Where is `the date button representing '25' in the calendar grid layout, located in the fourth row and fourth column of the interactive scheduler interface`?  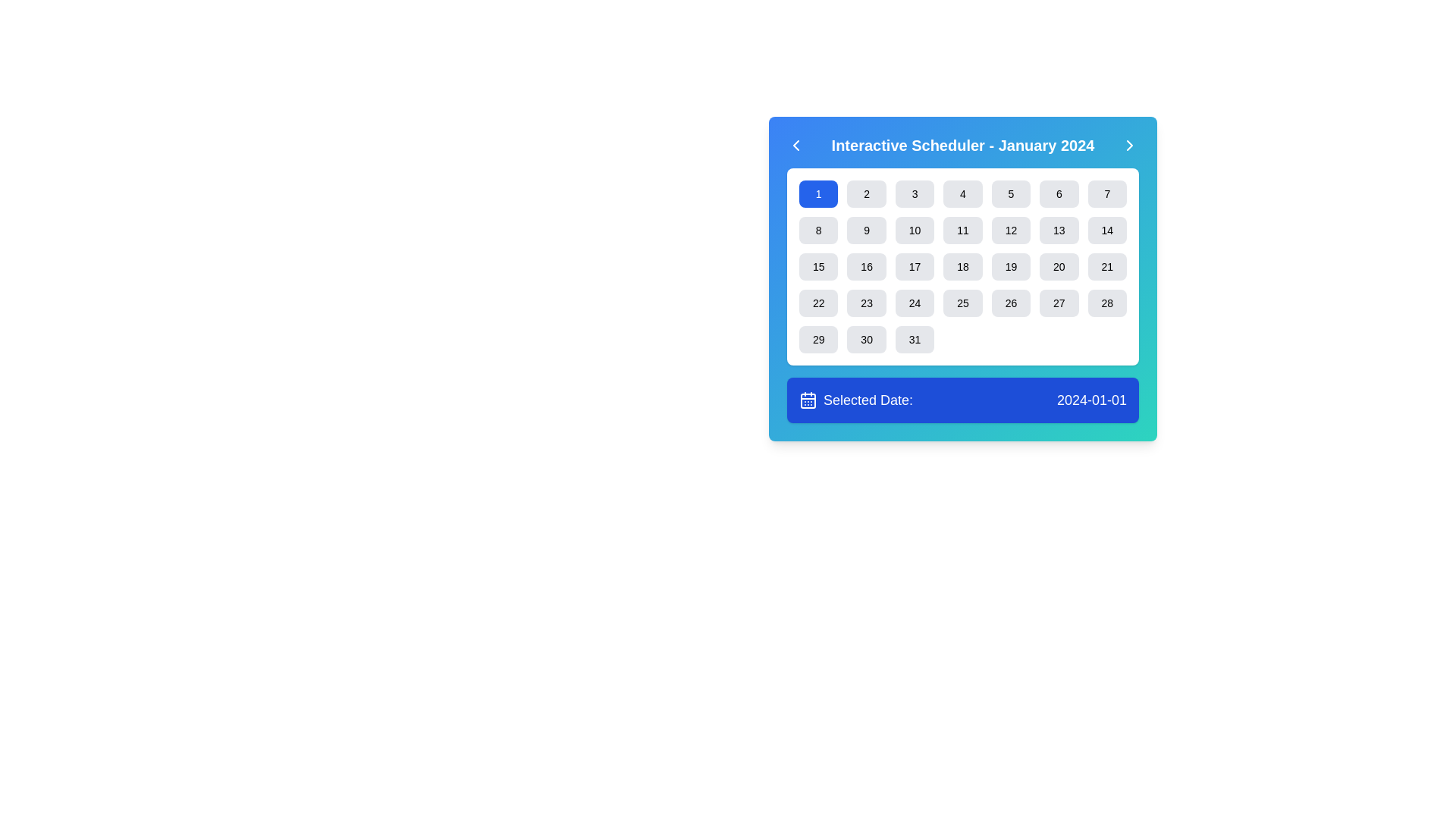
the date button representing '25' in the calendar grid layout, located in the fourth row and fourth column of the interactive scheduler interface is located at coordinates (962, 303).